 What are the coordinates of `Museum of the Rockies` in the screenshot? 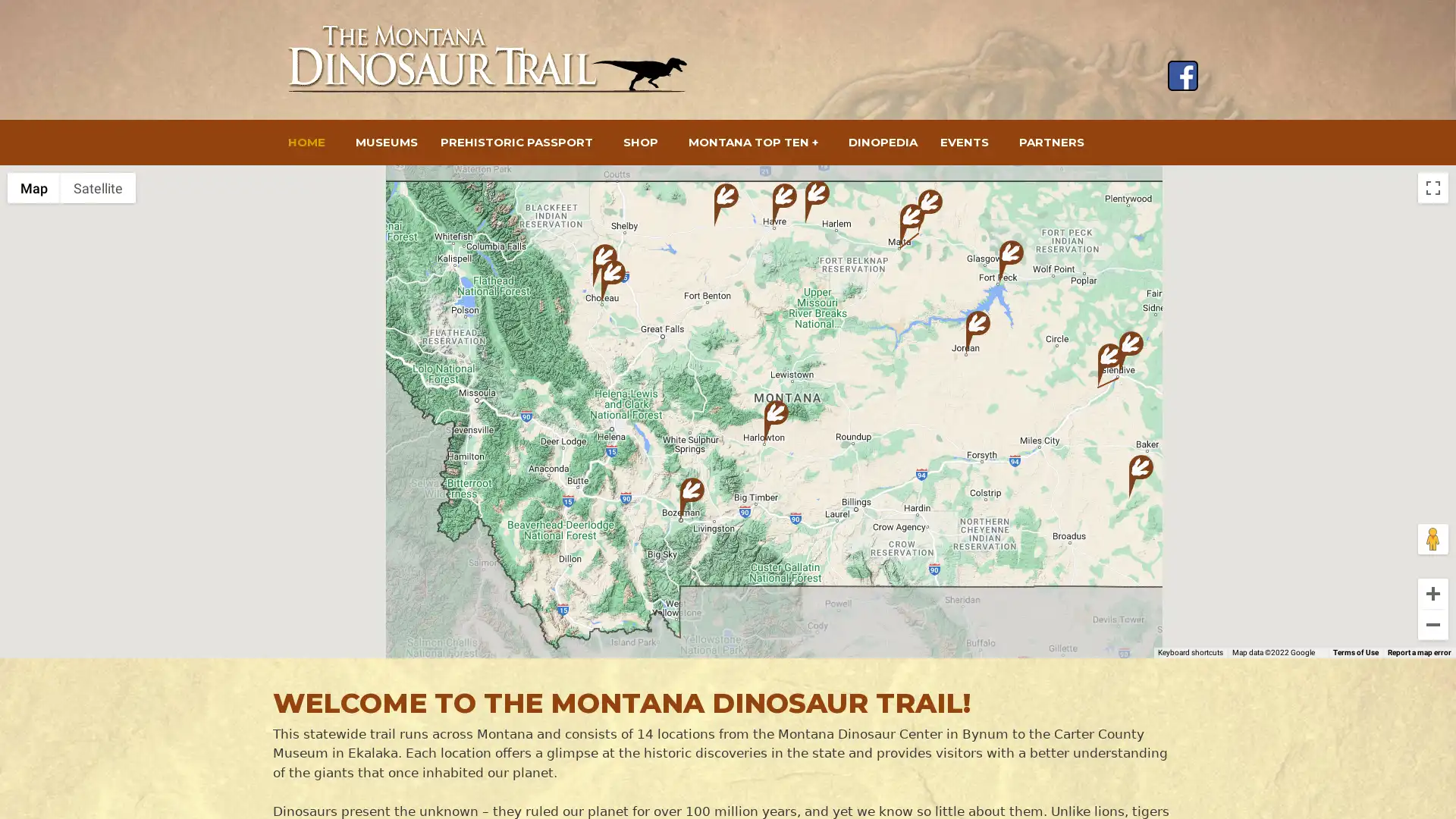 It's located at (691, 499).